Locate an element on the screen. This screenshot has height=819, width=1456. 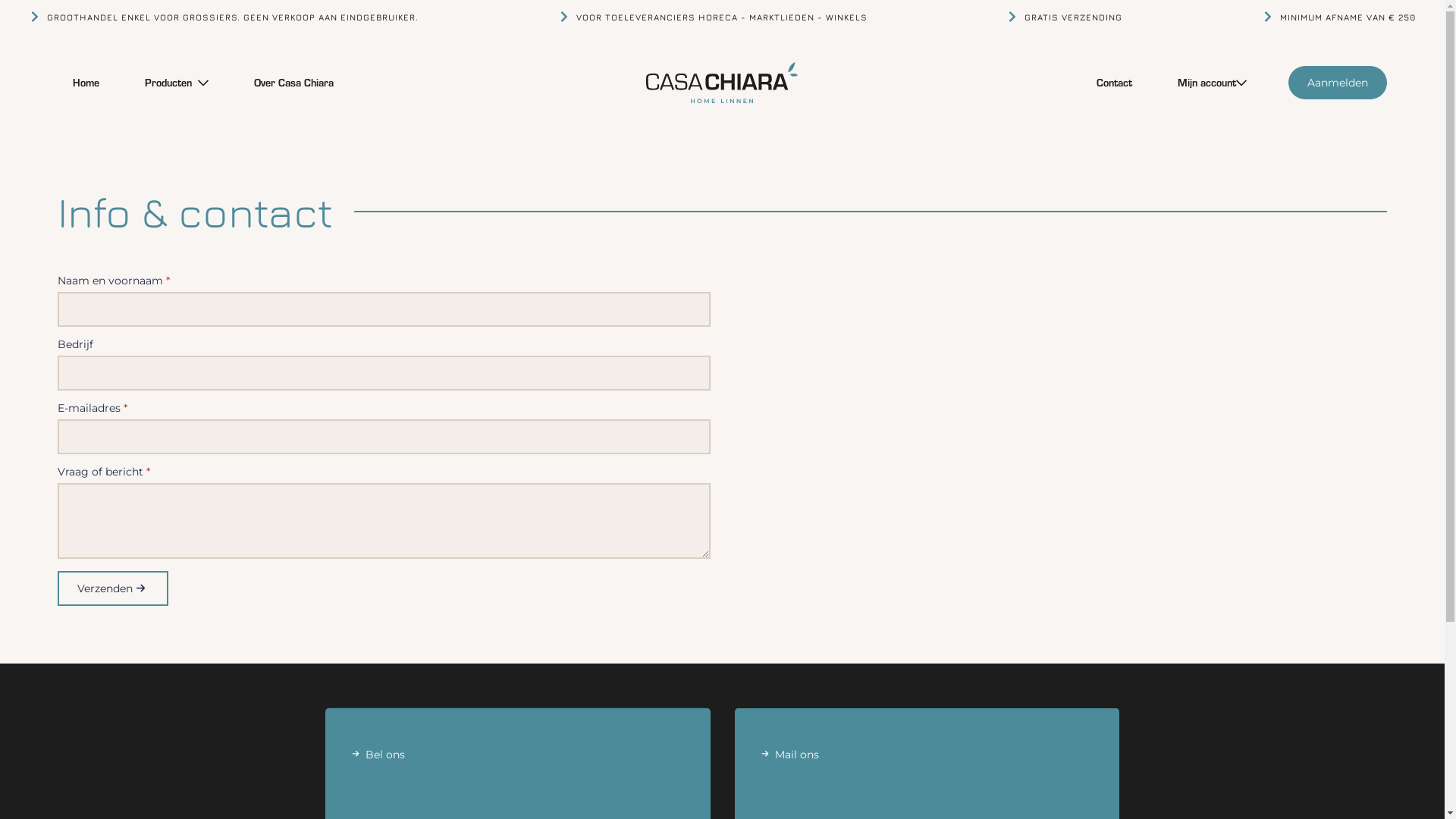
'Verzenden' is located at coordinates (111, 587).